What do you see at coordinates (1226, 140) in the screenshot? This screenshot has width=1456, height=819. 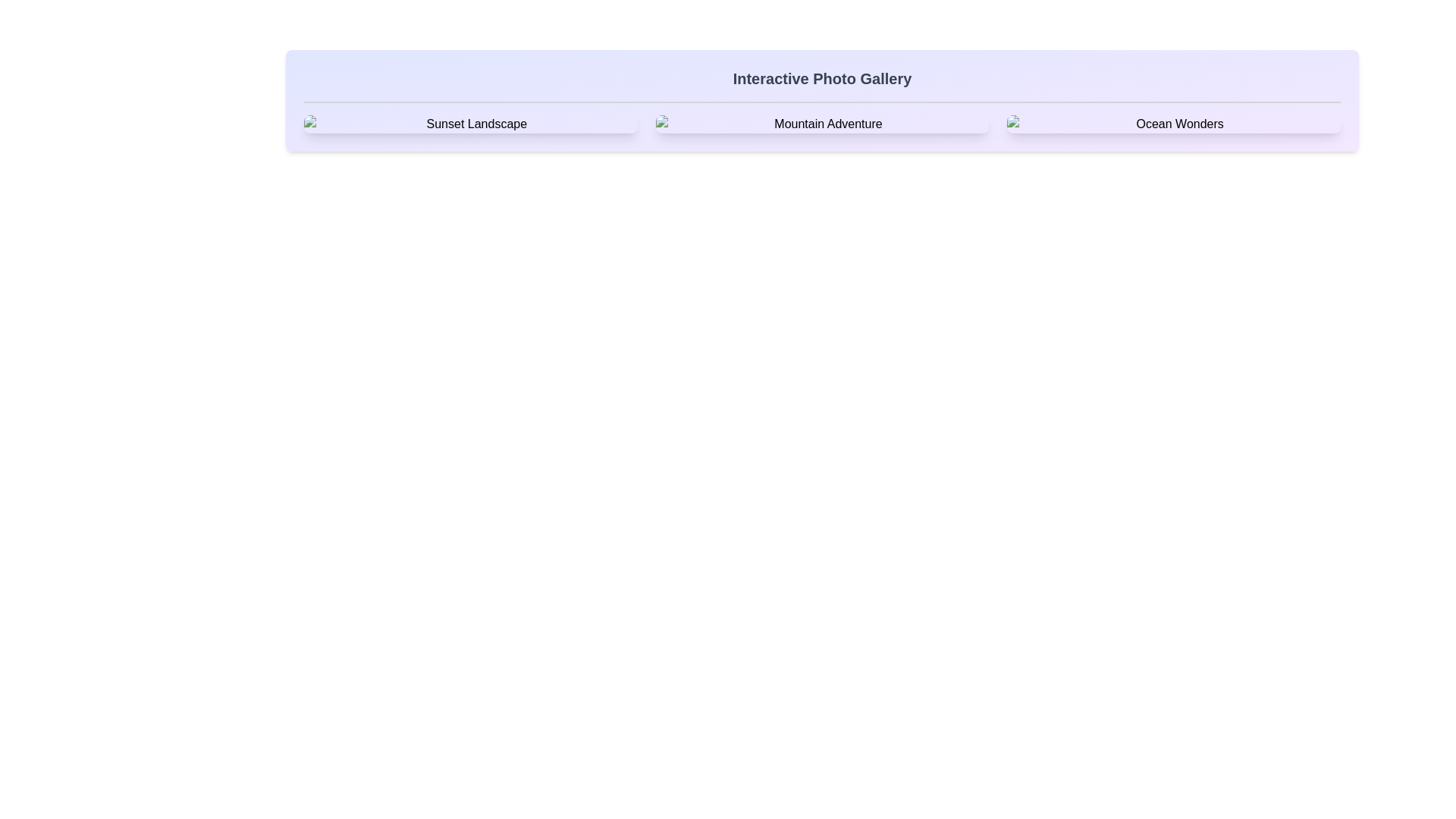 I see `the text content 'Like' within the rightmost button of the 'Ocean Wonders' component, which indicates an action to express approval` at bounding box center [1226, 140].